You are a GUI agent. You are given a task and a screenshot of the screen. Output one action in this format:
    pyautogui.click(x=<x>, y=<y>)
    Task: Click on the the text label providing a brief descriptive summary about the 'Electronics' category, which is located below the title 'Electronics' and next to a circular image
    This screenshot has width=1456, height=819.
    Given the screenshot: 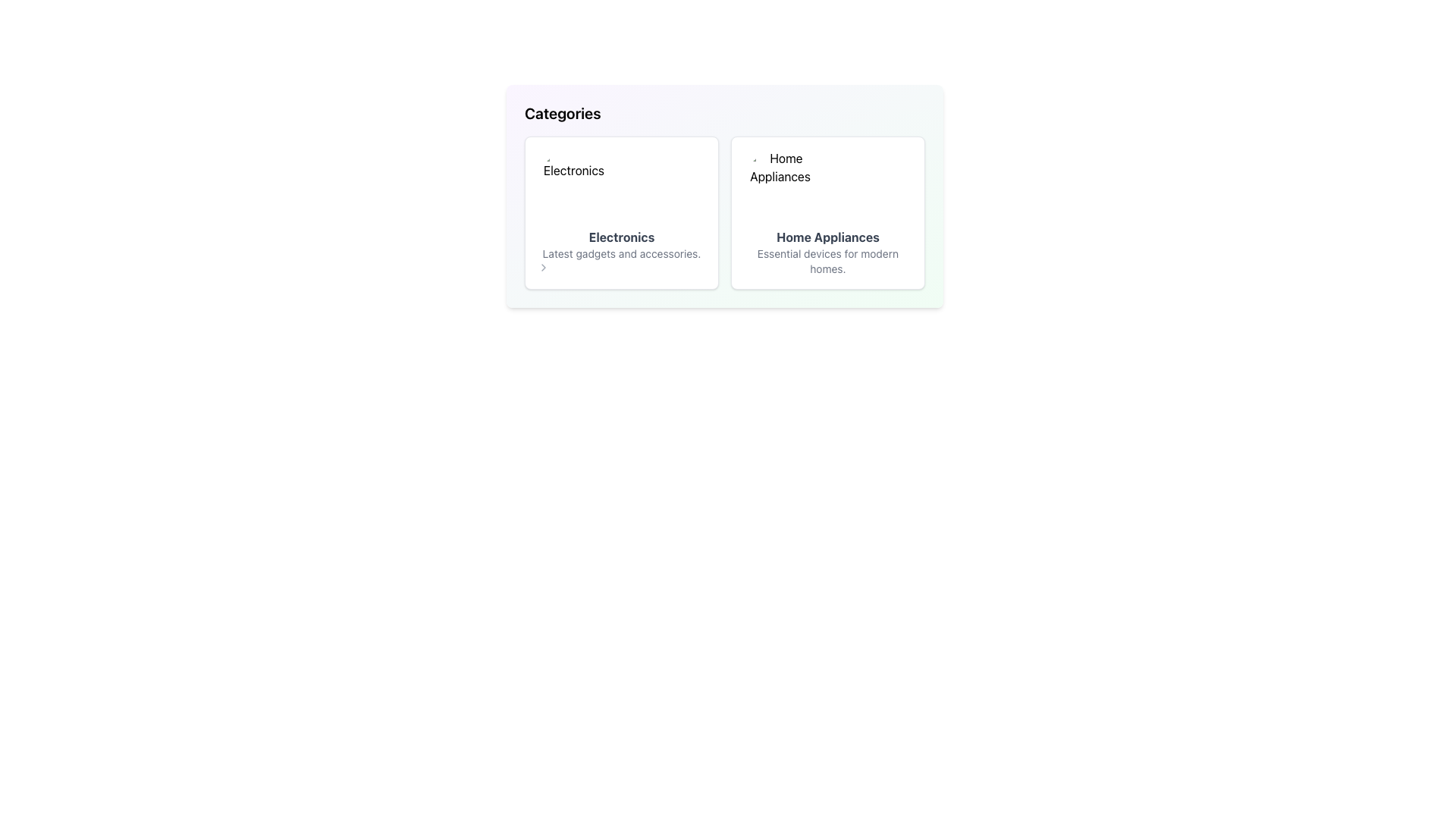 What is the action you would take?
    pyautogui.click(x=622, y=253)
    